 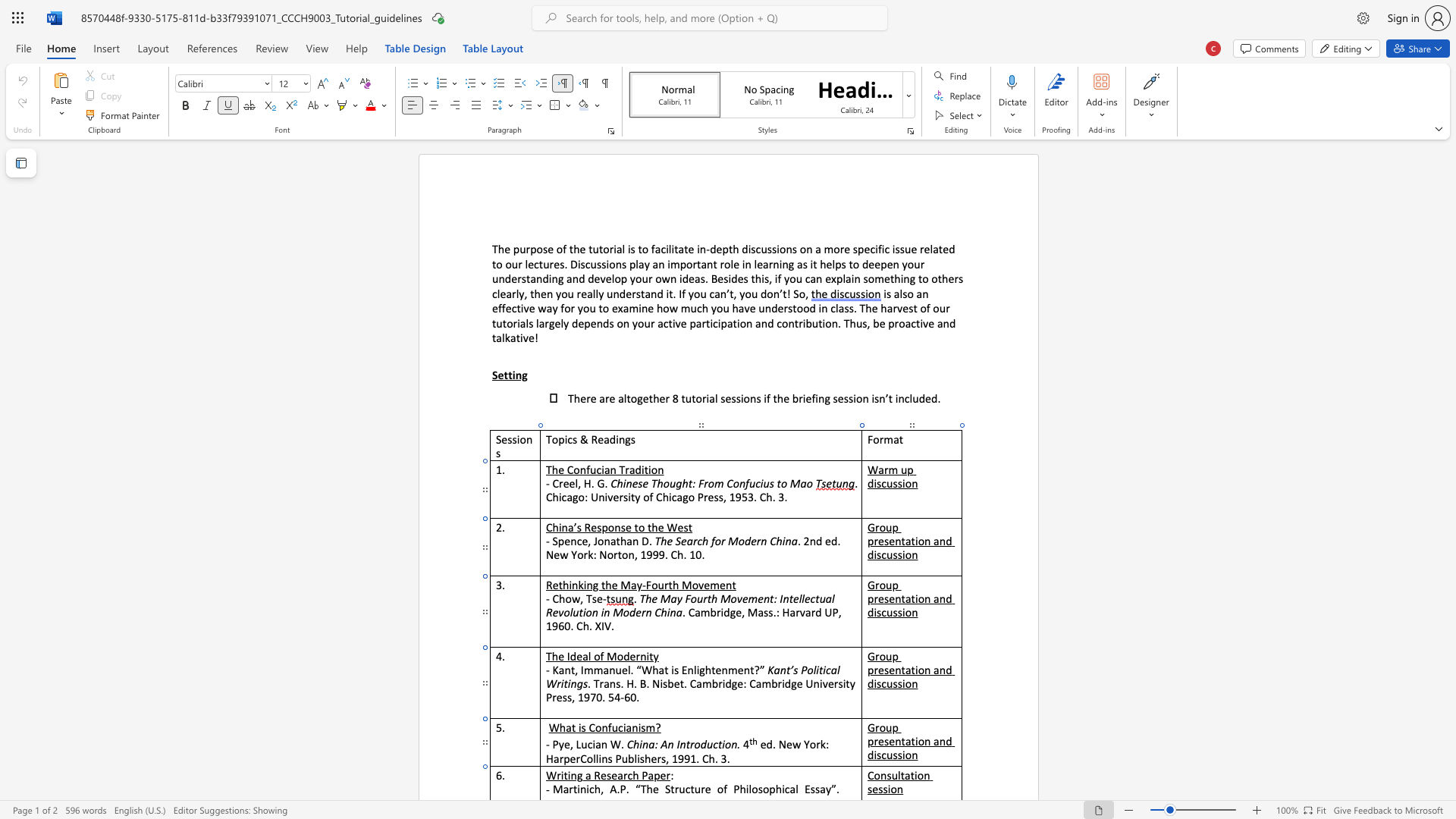 I want to click on the 1th character ":" in the text, so click(x=656, y=743).